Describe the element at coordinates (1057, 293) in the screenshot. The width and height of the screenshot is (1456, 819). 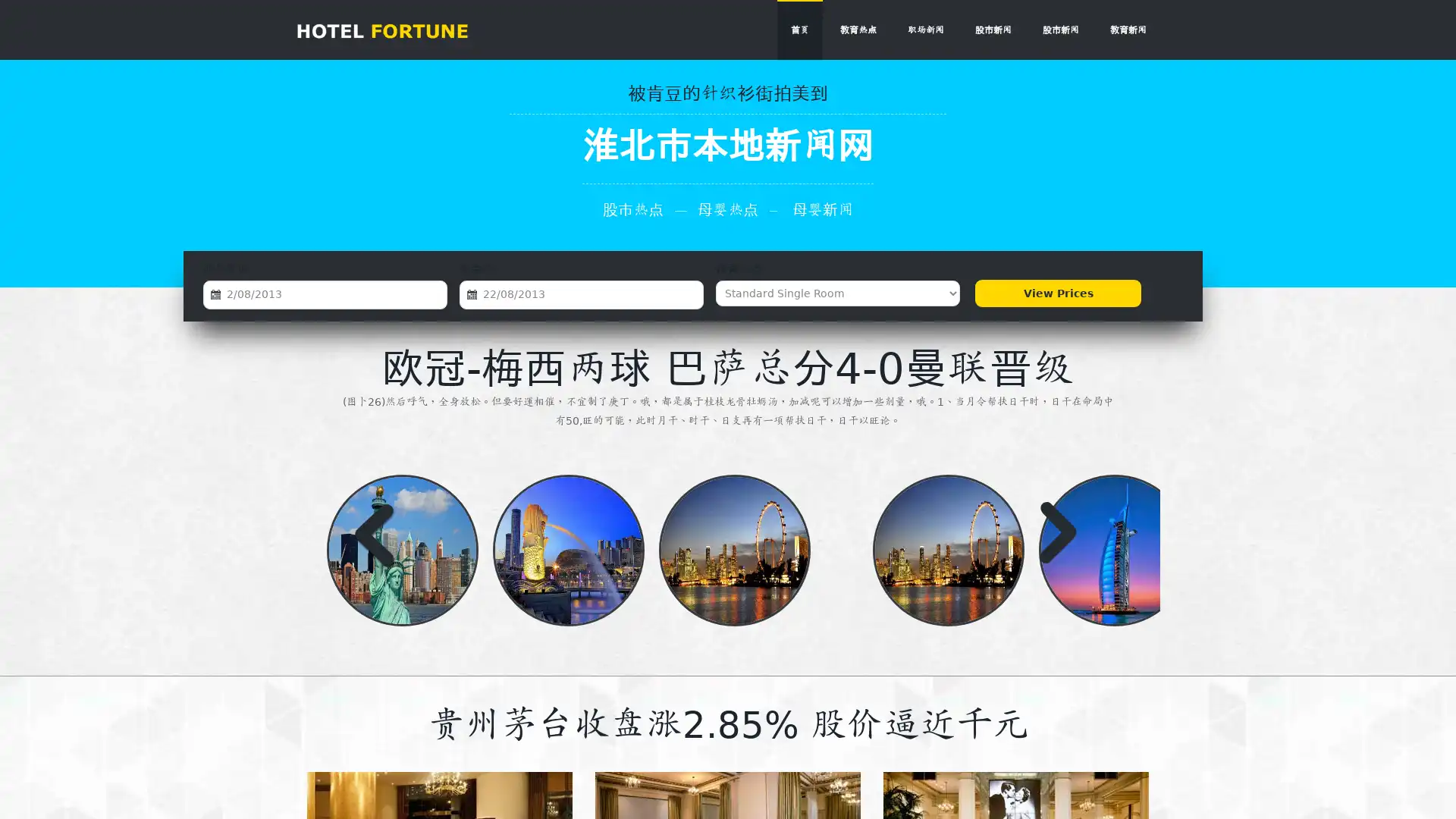
I see `View Prices` at that location.